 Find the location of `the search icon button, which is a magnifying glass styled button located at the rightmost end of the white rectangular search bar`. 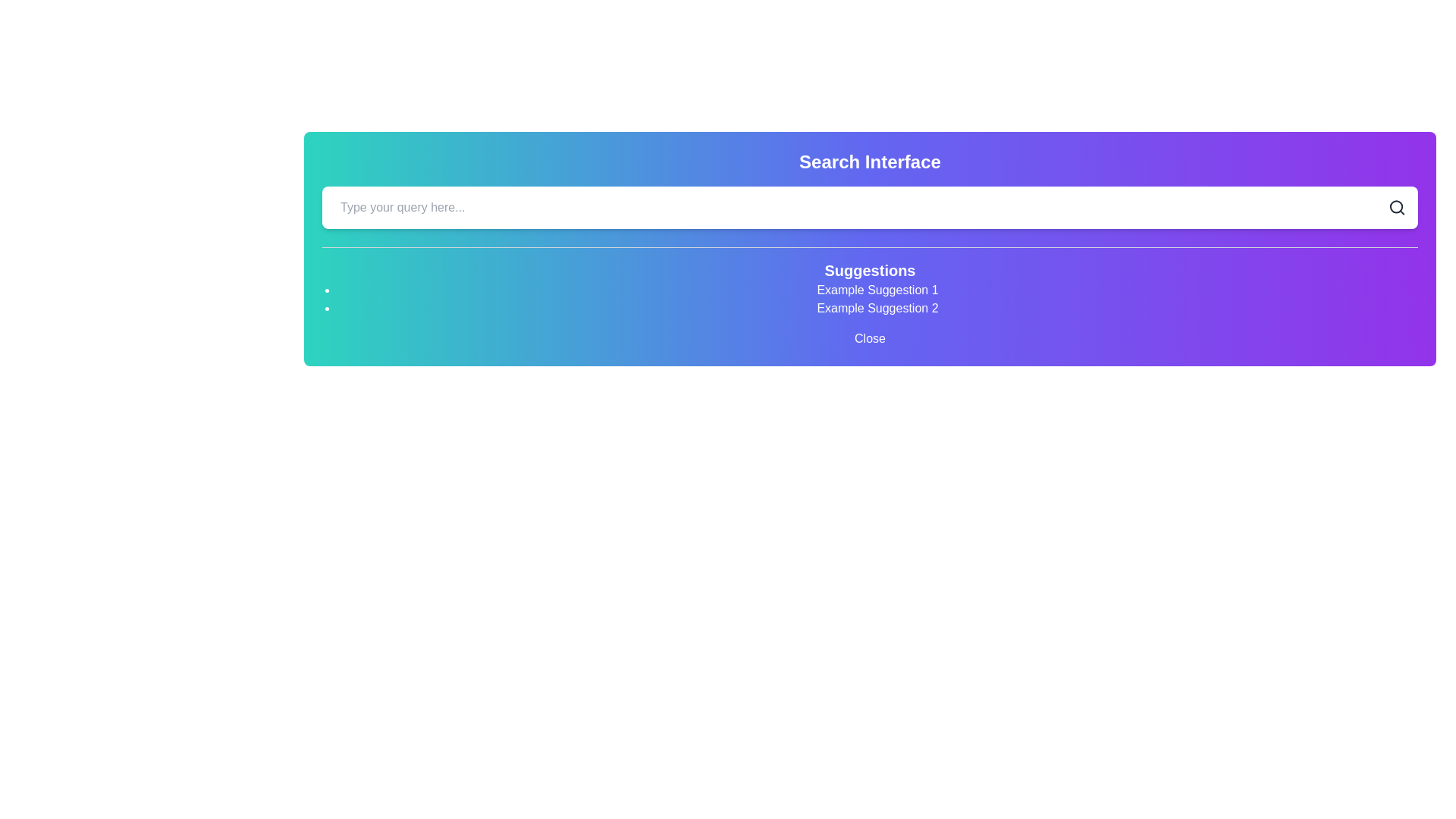

the search icon button, which is a magnifying glass styled button located at the rightmost end of the white rectangular search bar is located at coordinates (1396, 207).